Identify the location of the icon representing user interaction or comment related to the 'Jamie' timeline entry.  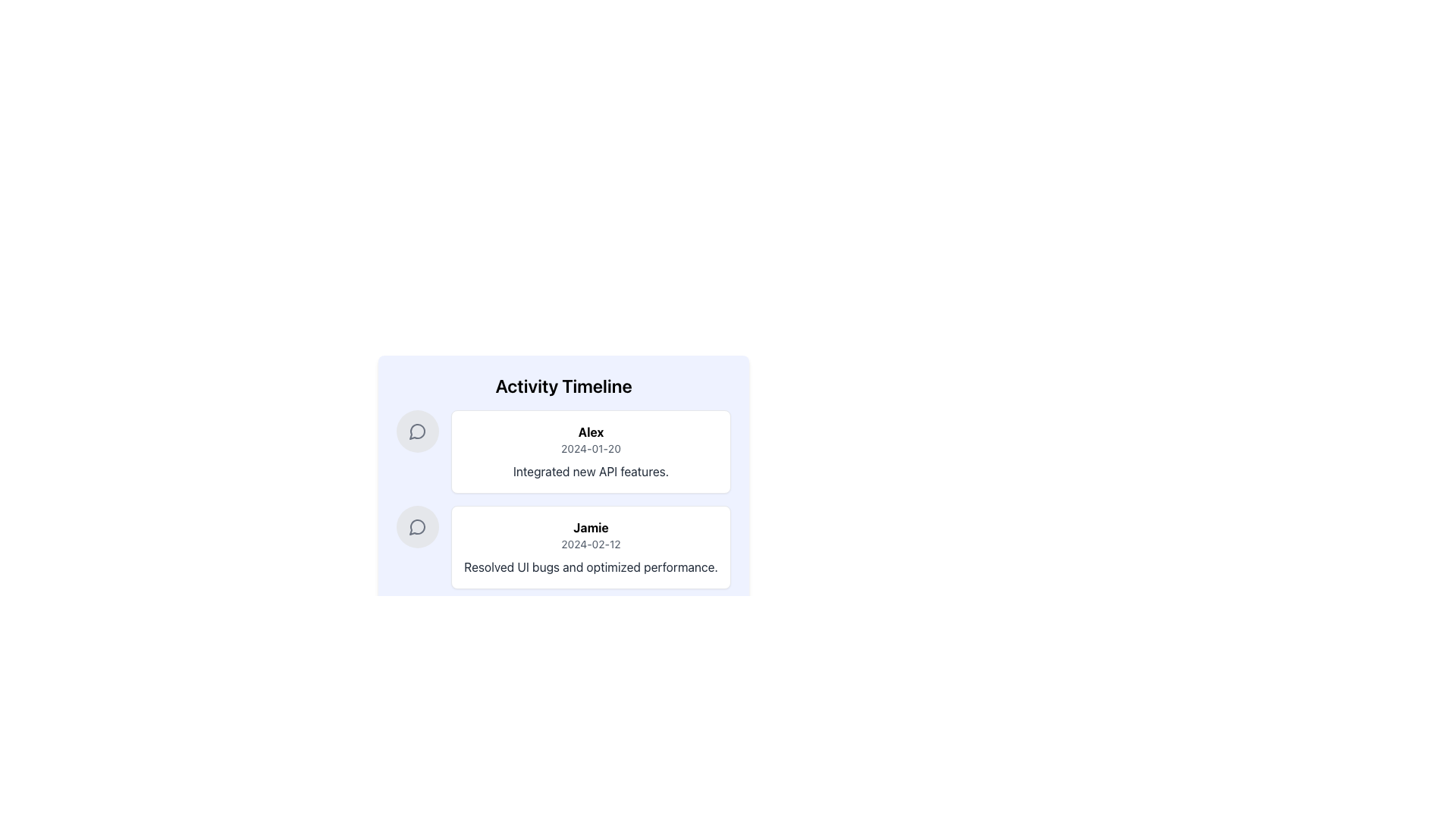
(418, 526).